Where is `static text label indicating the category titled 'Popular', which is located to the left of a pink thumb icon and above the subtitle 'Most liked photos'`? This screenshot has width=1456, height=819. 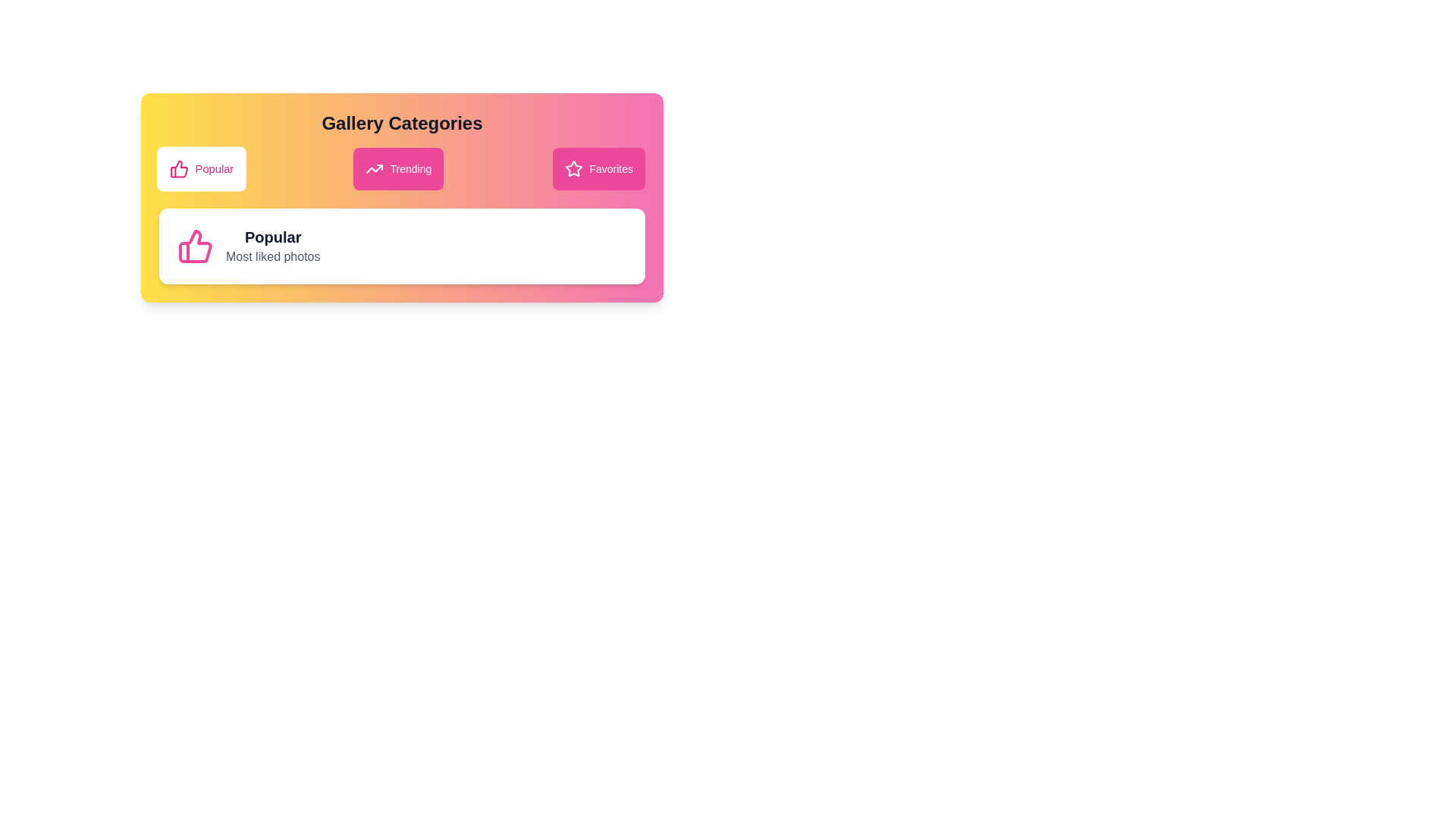 static text label indicating the category titled 'Popular', which is located to the left of a pink thumb icon and above the subtitle 'Most liked photos' is located at coordinates (273, 237).